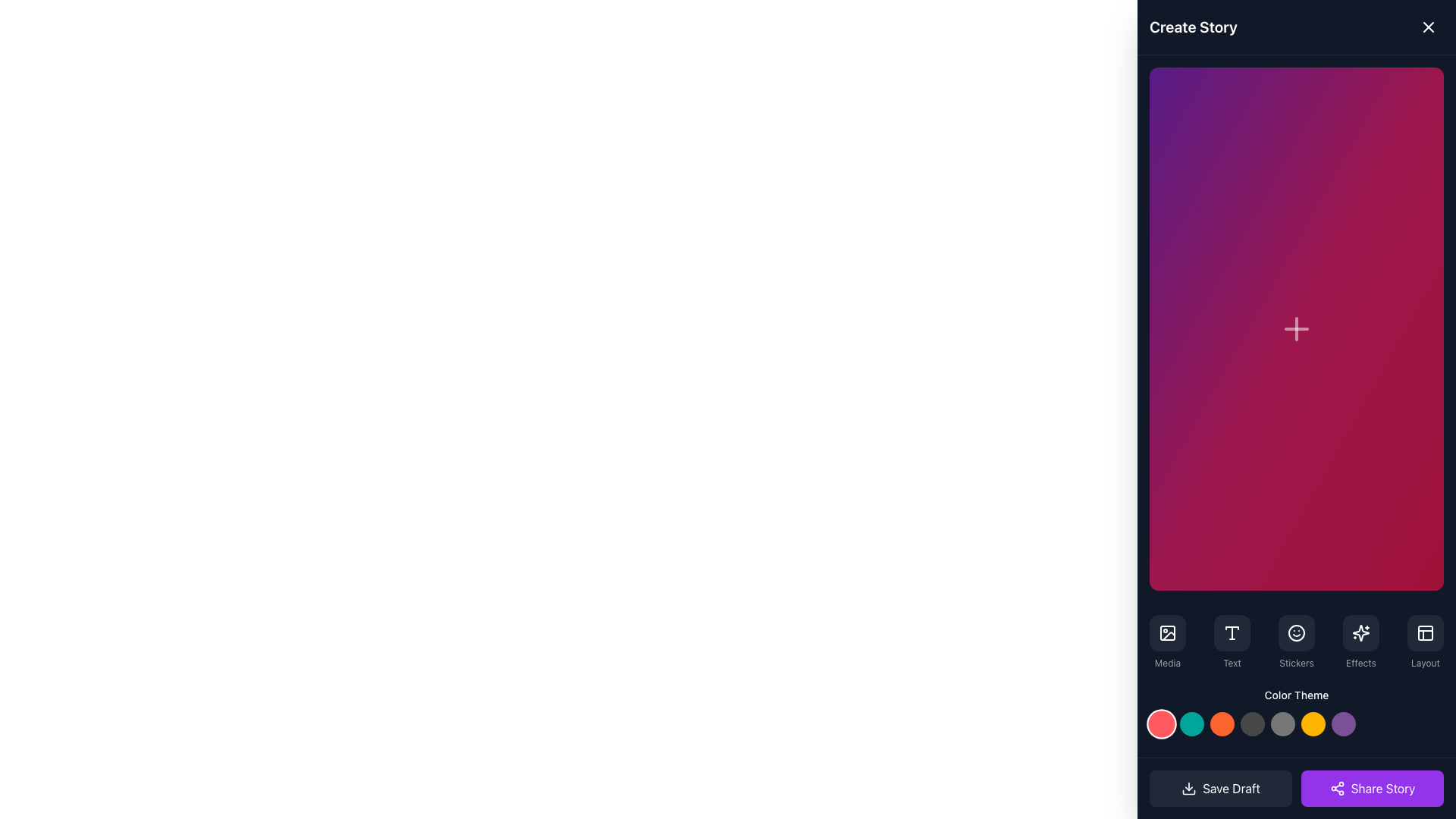  Describe the element at coordinates (1282, 722) in the screenshot. I see `the small circular grey button located in the bottom-right section of the interface` at that location.